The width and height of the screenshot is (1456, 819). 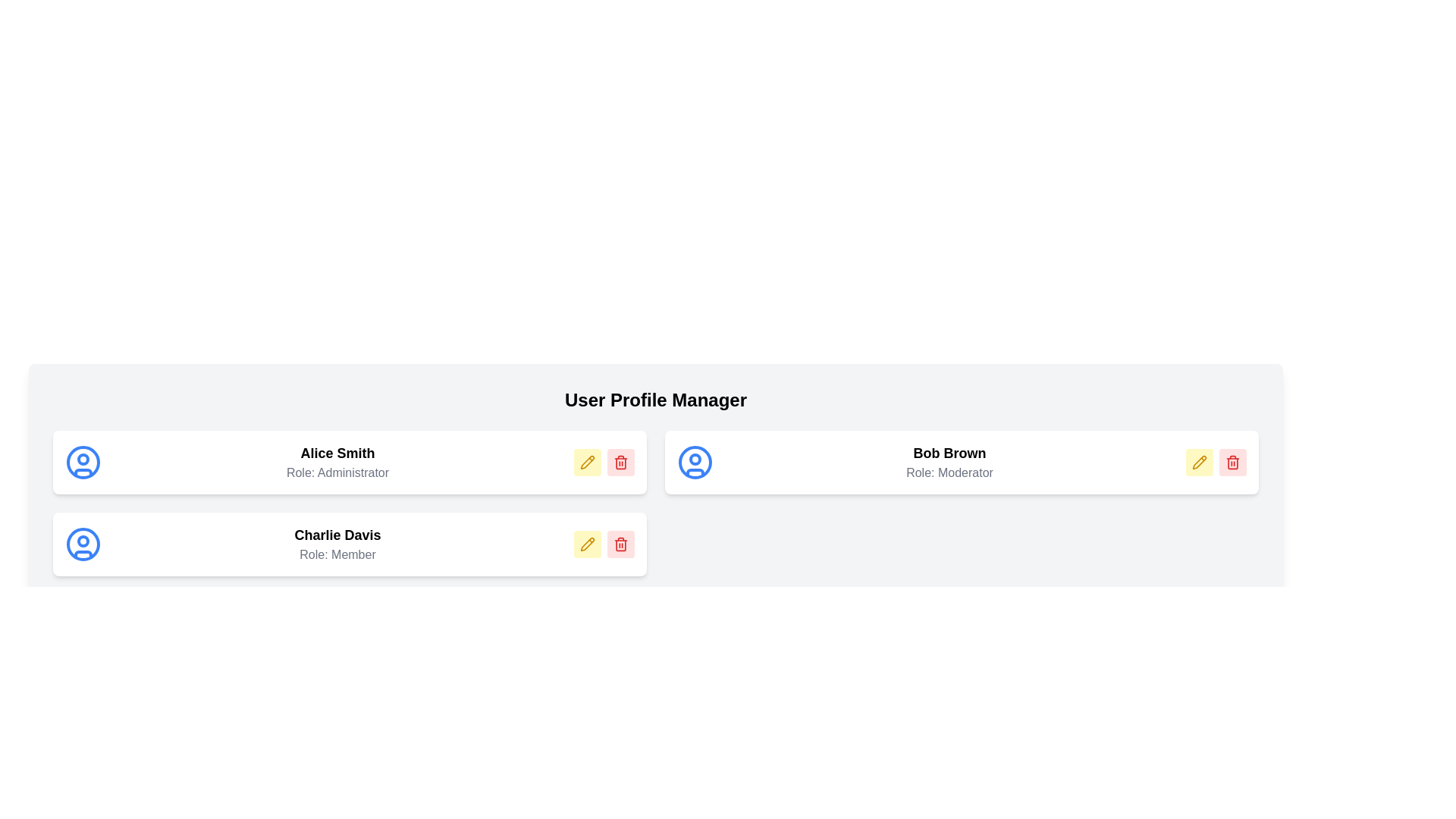 I want to click on the text area containing the user profile's name and role description located at the upper left card in the grid of user profiles, positioned to the right of the blue icon and above the editing and deletion buttons, so click(x=337, y=461).